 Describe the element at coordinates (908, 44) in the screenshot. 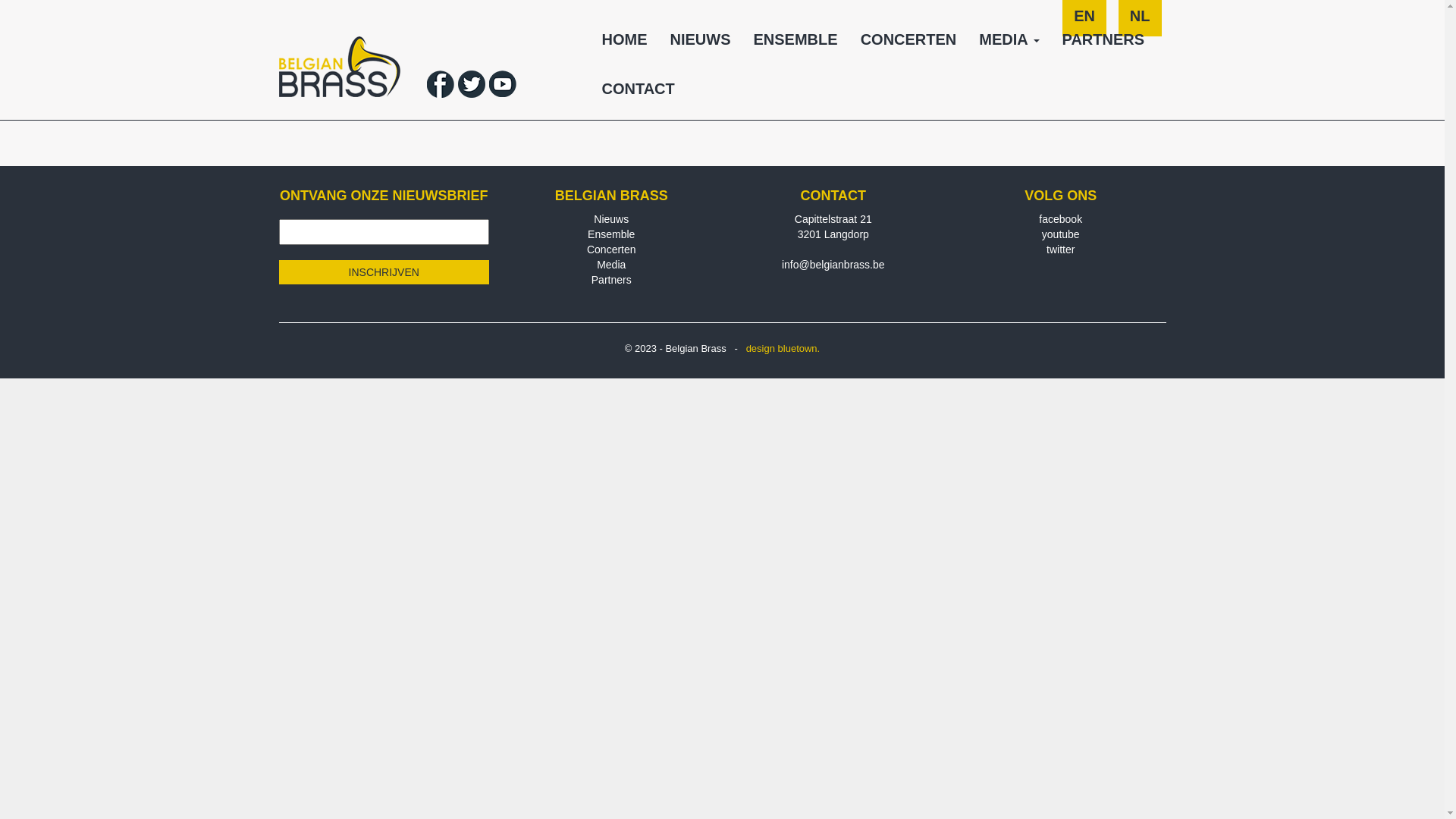

I see `'CONCERTEN'` at that location.